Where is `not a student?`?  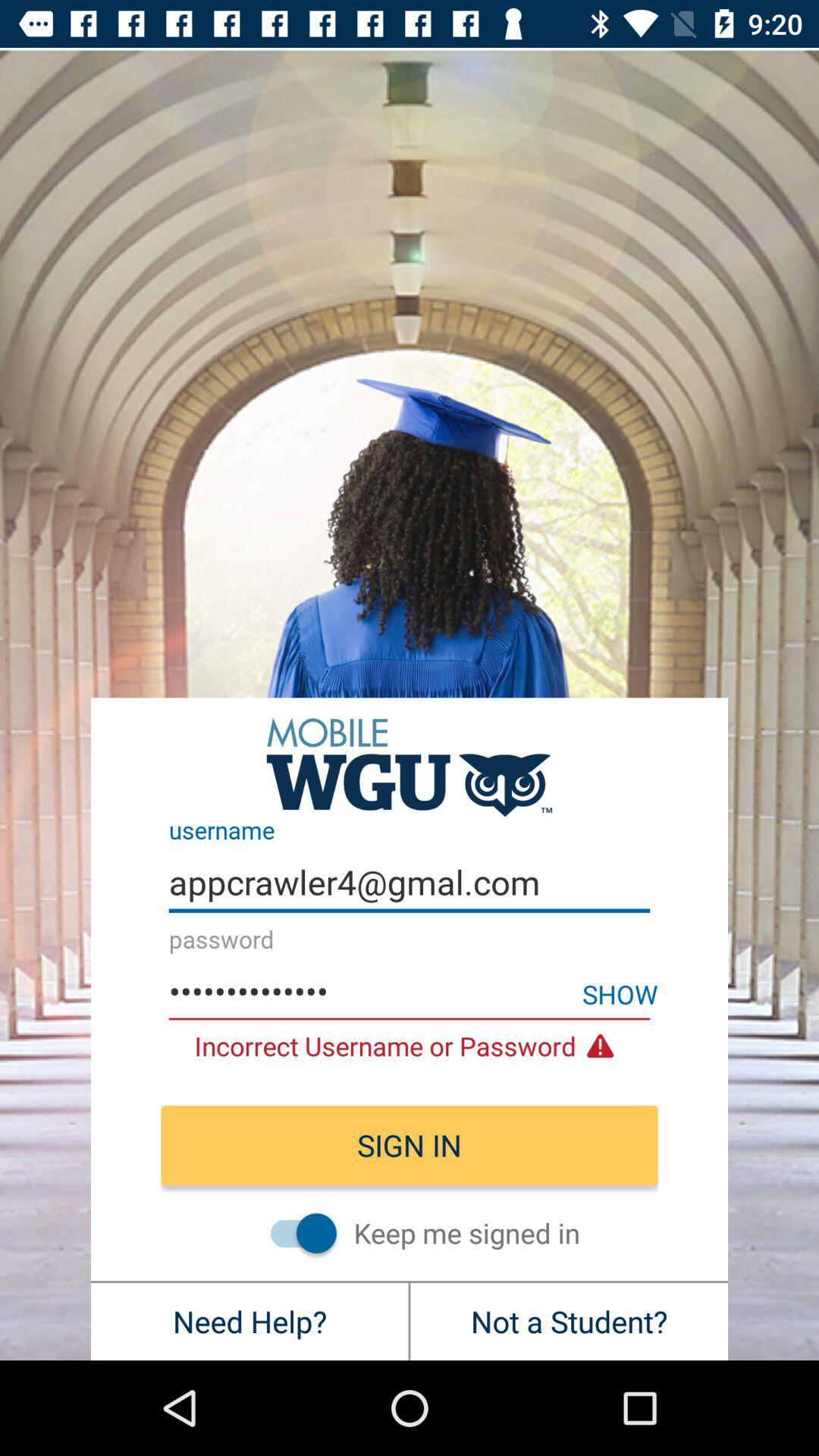
not a student? is located at coordinates (569, 1320).